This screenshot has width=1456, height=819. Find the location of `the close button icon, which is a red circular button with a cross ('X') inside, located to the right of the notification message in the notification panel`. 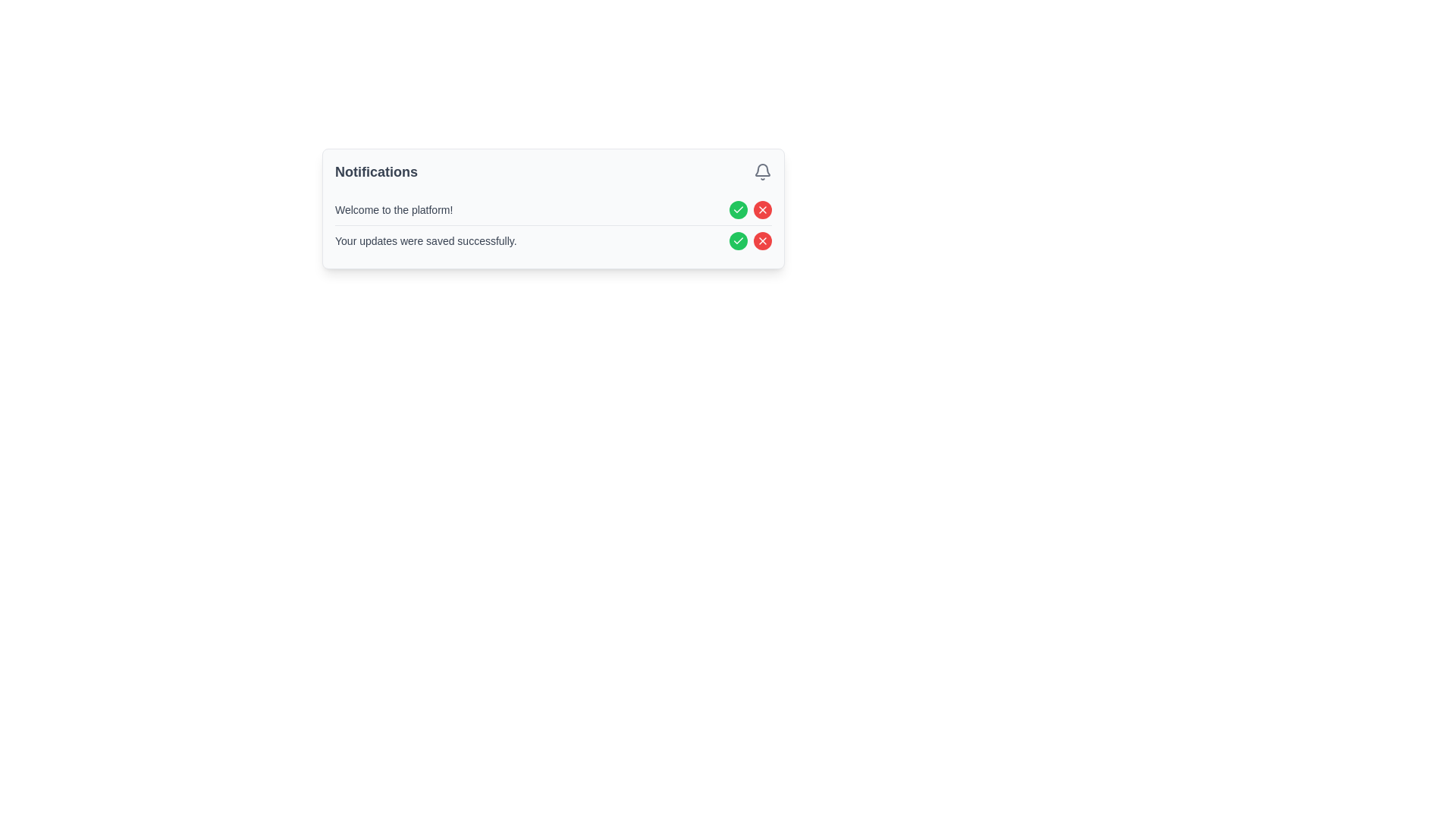

the close button icon, which is a red circular button with a cross ('X') inside, located to the right of the notification message in the notification panel is located at coordinates (763, 240).